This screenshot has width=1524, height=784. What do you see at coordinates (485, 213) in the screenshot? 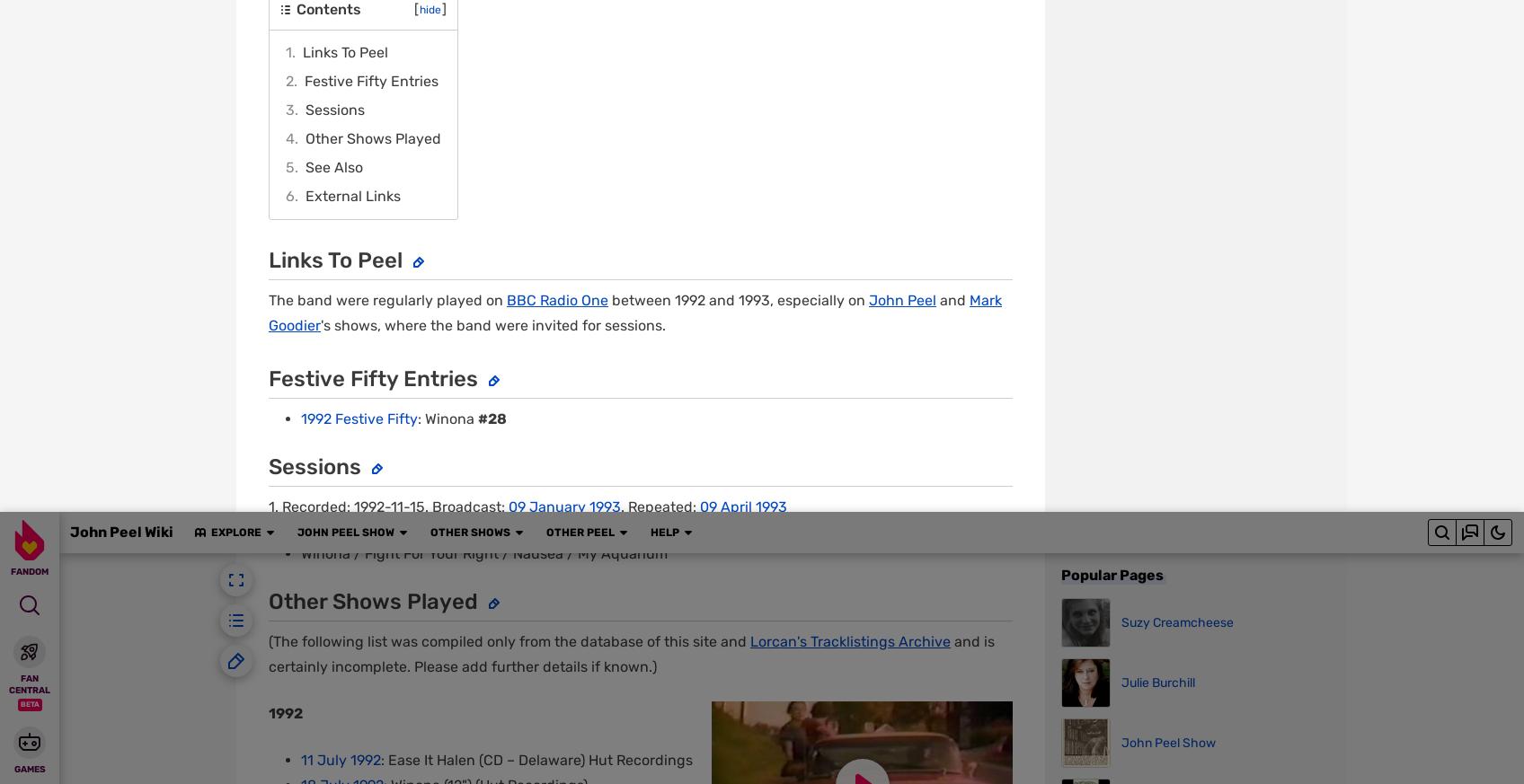
I see `'CC-BY-SA'` at bounding box center [485, 213].